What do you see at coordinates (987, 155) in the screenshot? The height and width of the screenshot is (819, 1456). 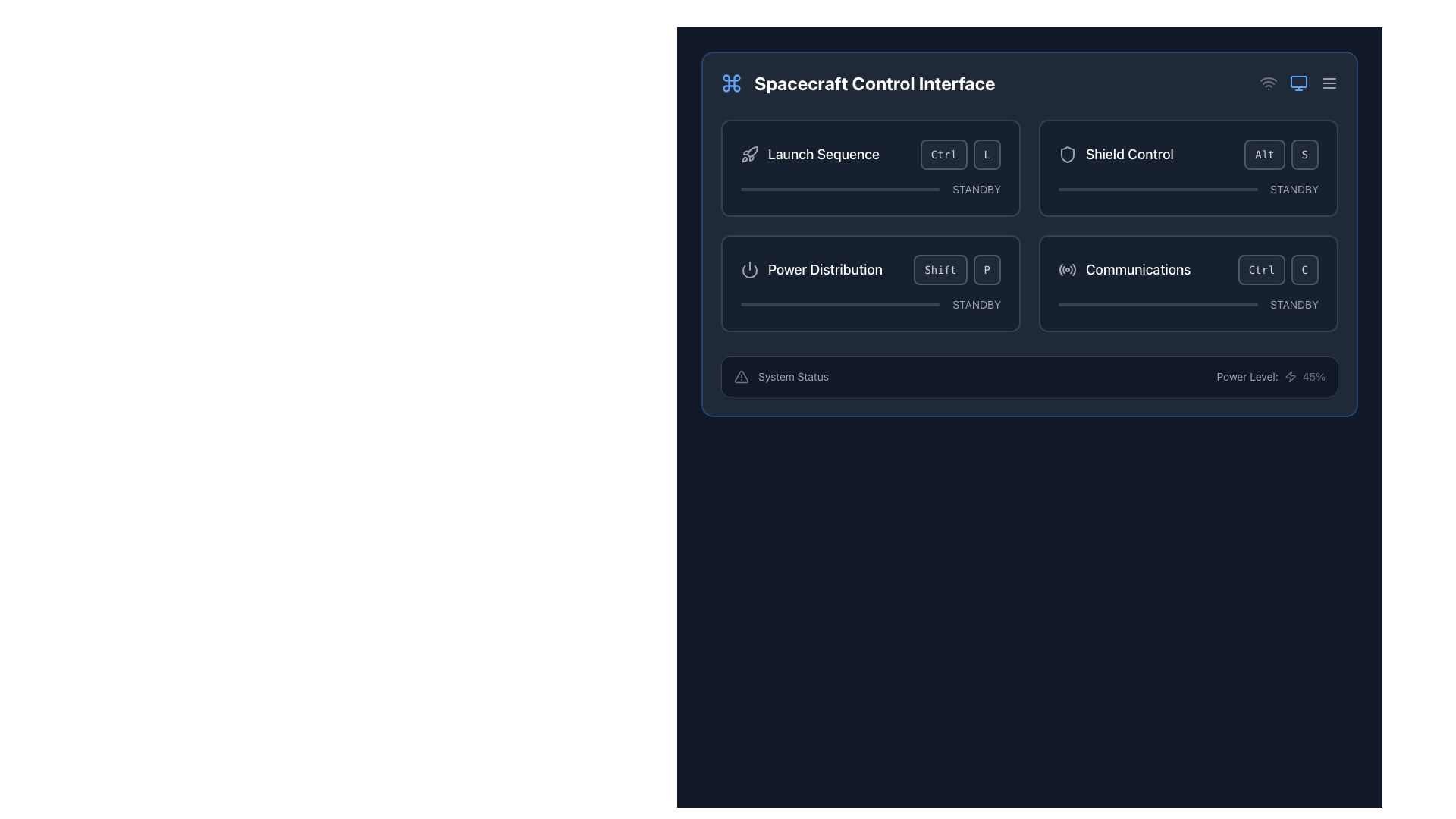 I see `the 'L' keyboard key button located within the 'Launch Sequence' section to simulate pressing the key` at bounding box center [987, 155].